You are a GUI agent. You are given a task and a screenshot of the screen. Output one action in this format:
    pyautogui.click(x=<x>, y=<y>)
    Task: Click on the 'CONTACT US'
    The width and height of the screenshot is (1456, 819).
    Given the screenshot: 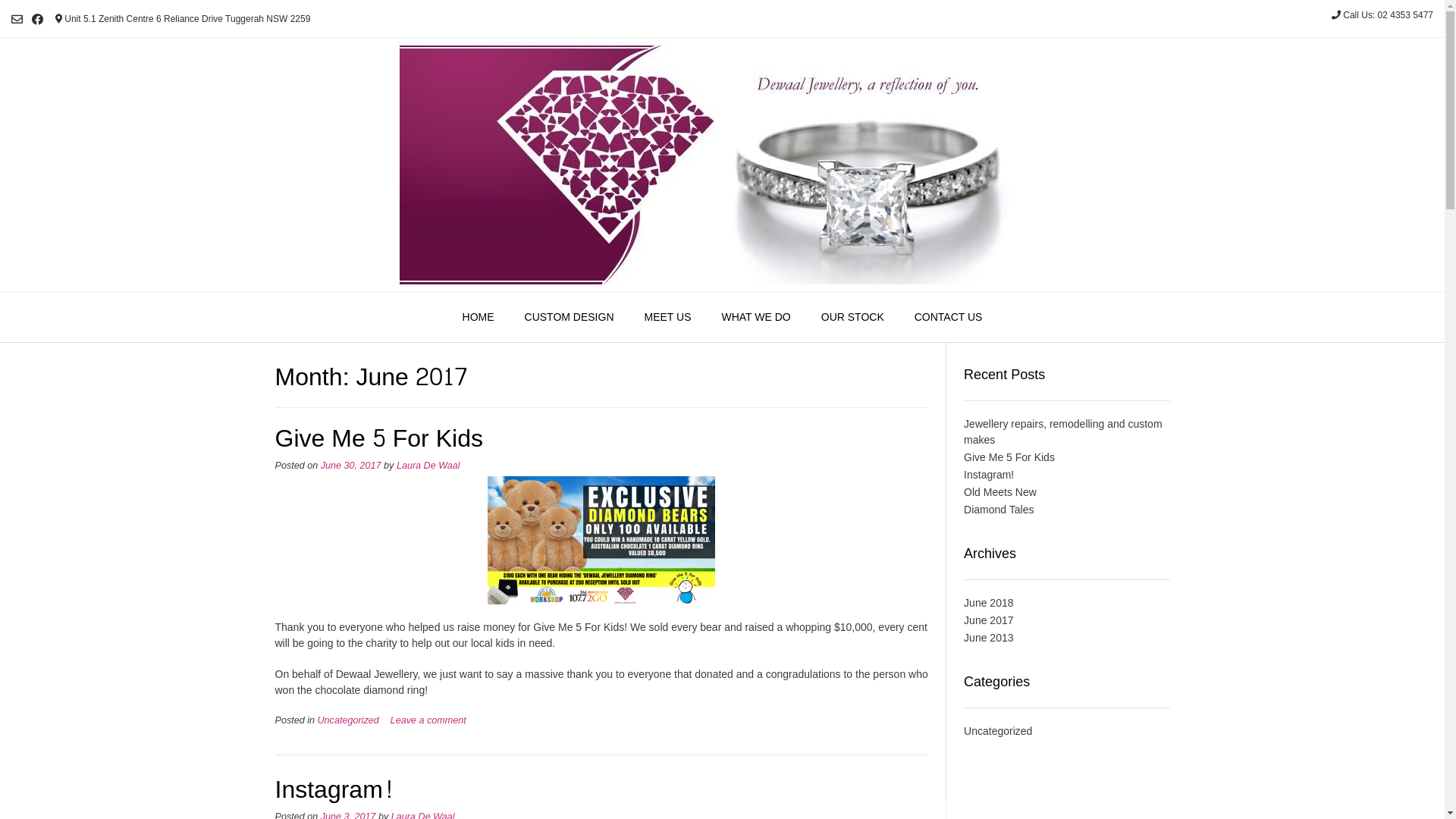 What is the action you would take?
    pyautogui.click(x=948, y=317)
    